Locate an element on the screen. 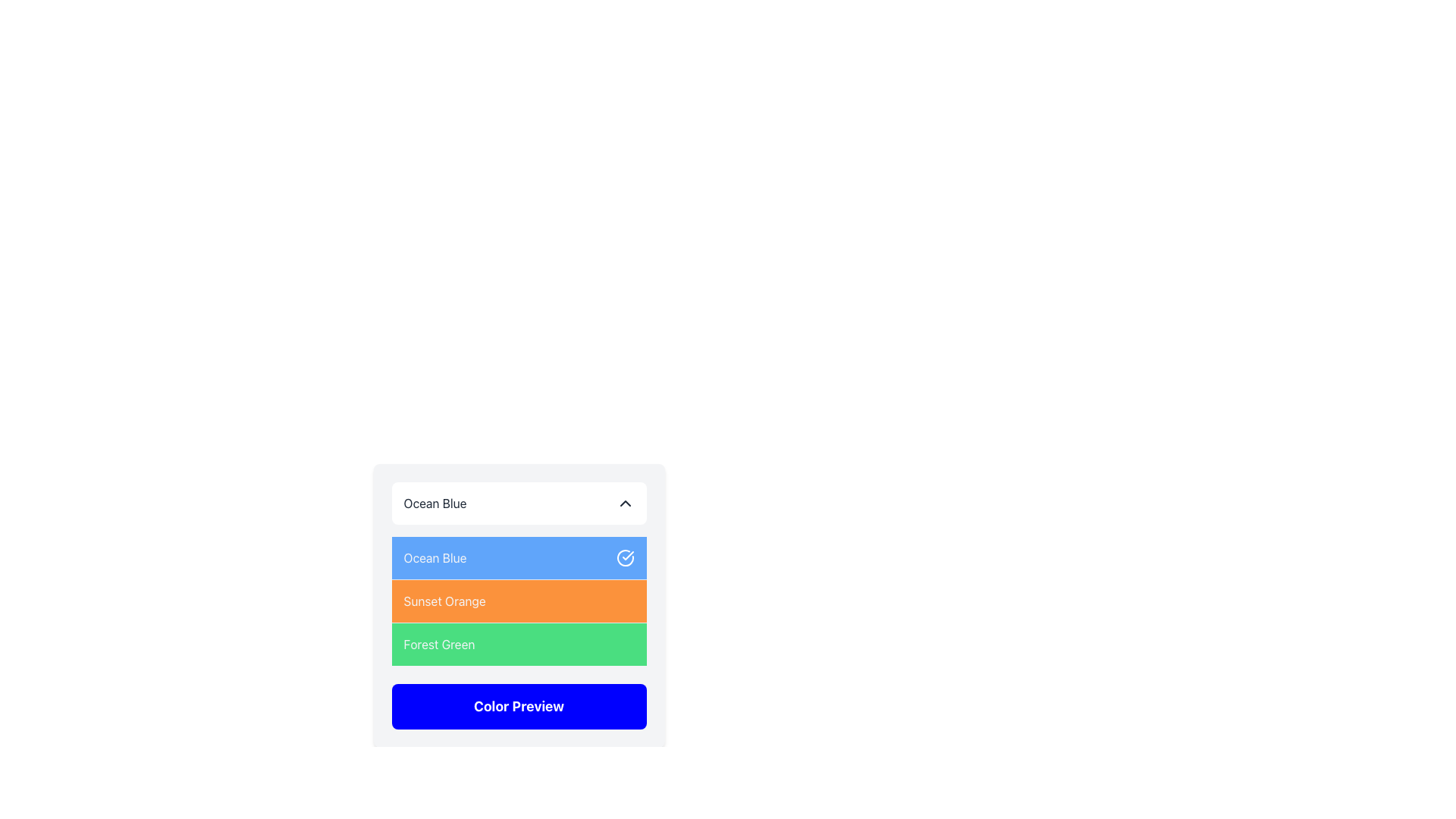 This screenshot has height=819, width=1456. the second color selection button is located at coordinates (519, 604).